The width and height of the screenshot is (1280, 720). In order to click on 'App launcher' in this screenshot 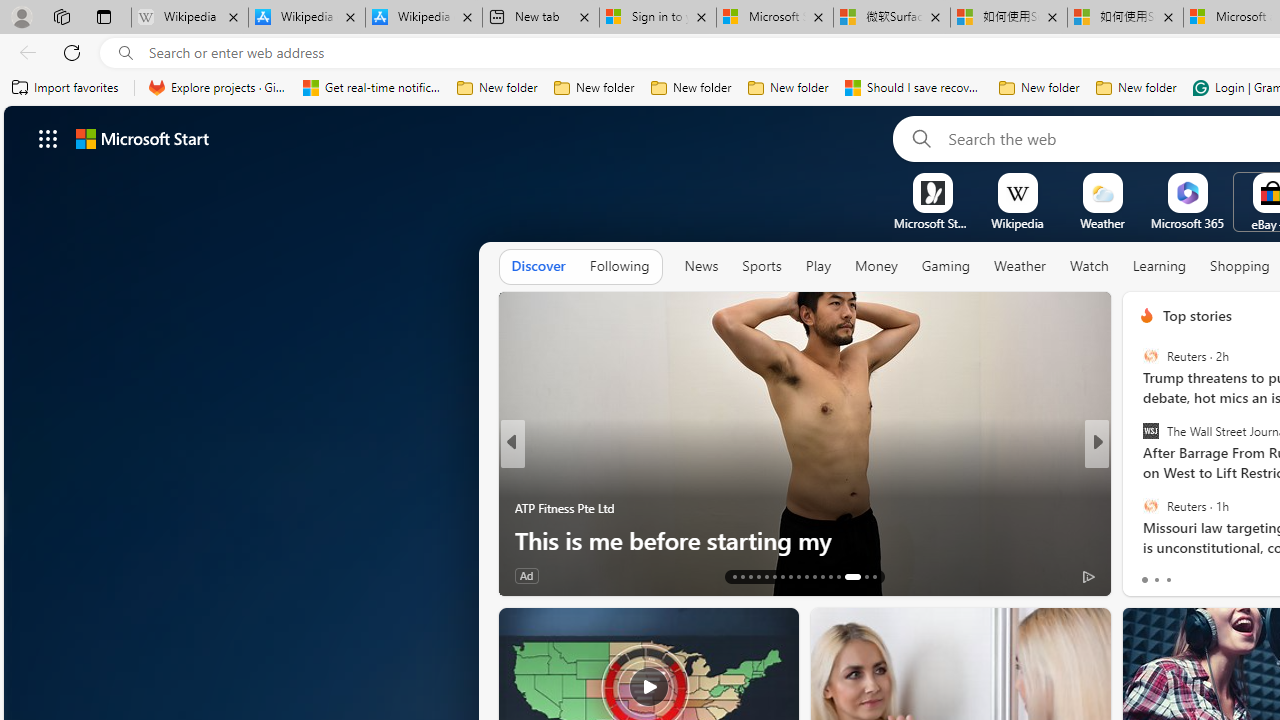, I will do `click(48, 137)`.